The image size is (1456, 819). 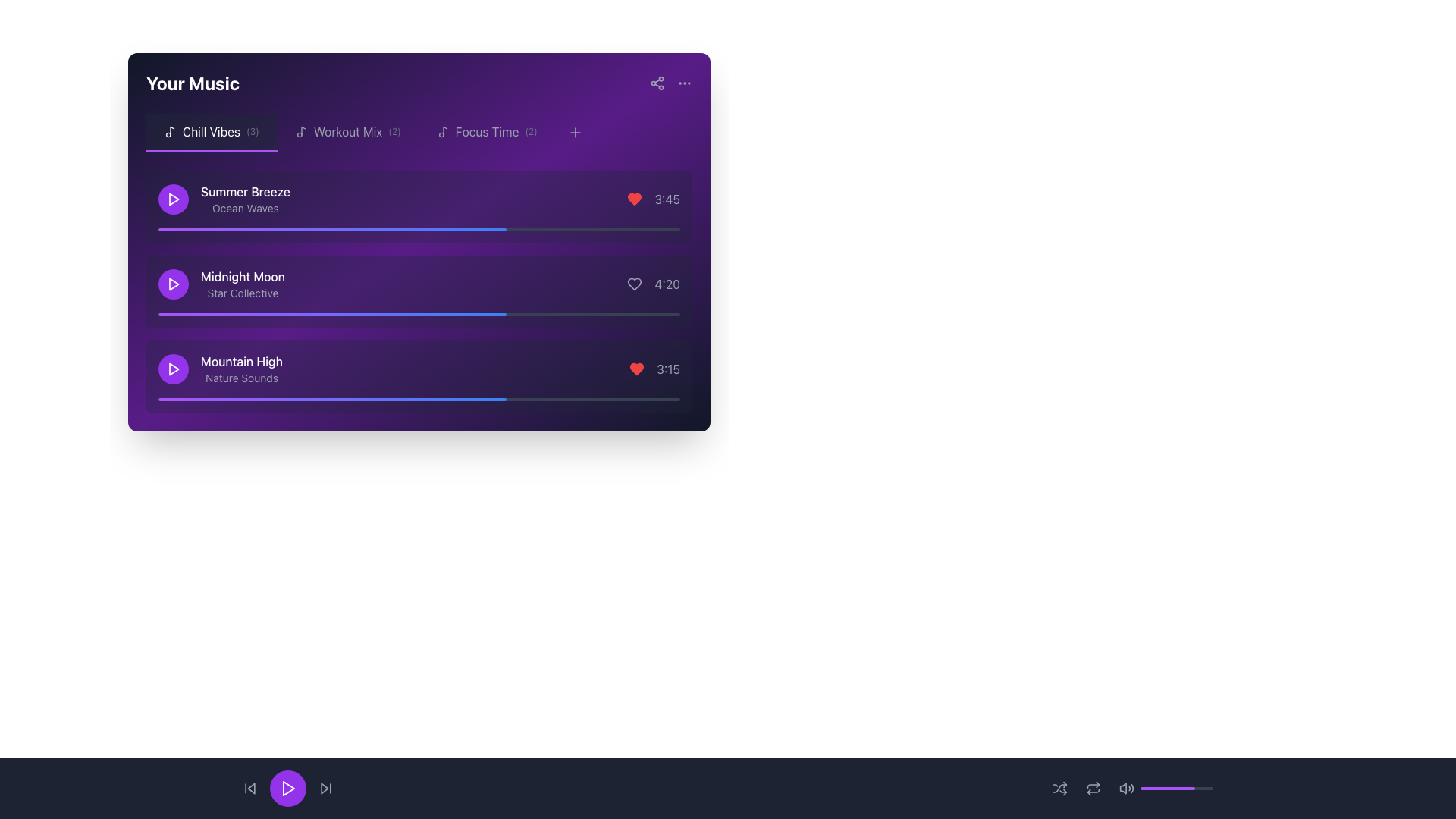 I want to click on the button to play the song titled 'Summer Breeze' with the subtitle 'Ocean Waves', which is the first element in the list item and located to the left of the text content, so click(x=174, y=198).